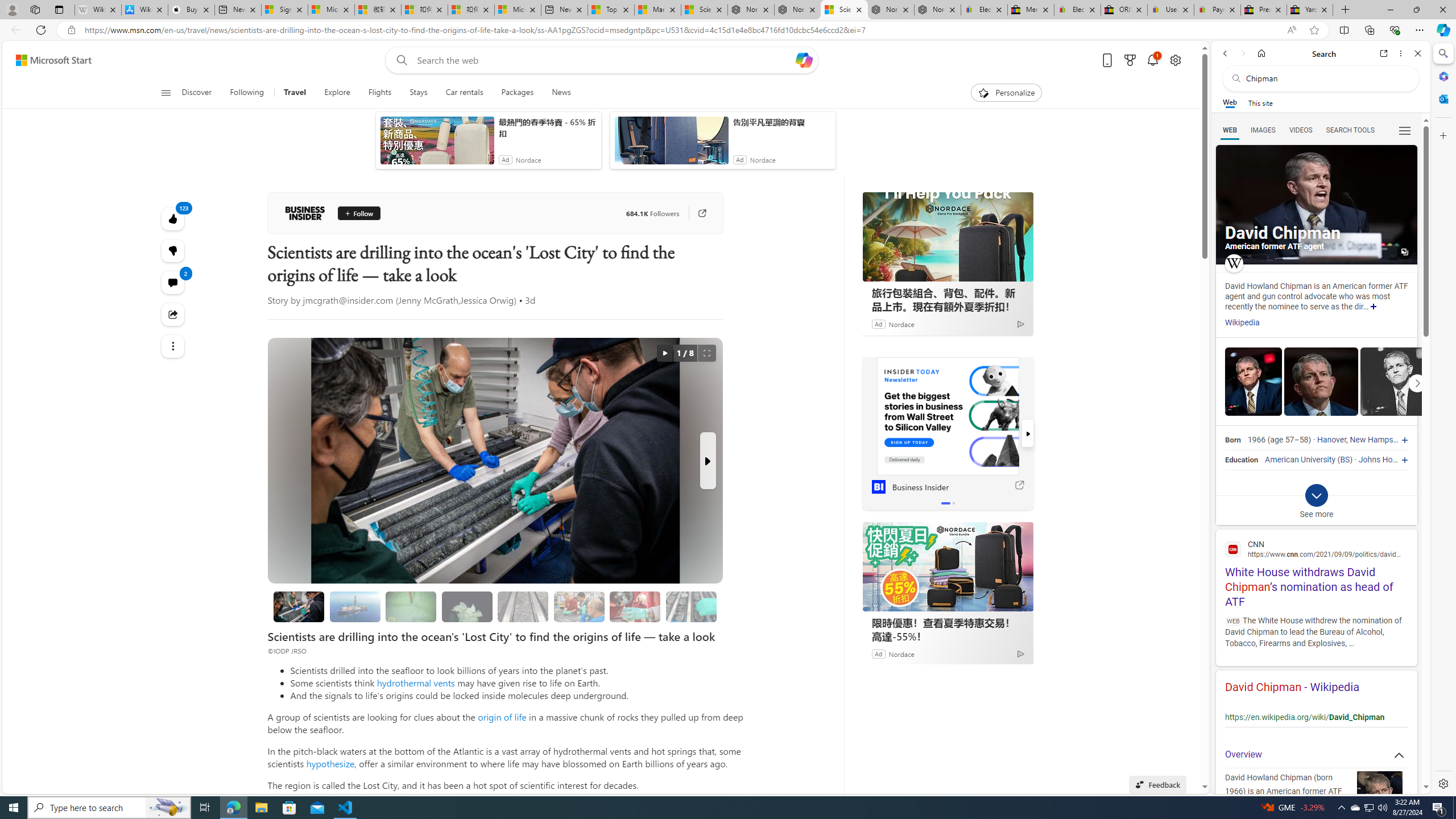 This screenshot has width=1456, height=819. What do you see at coordinates (1316, 754) in the screenshot?
I see `'Overview'` at bounding box center [1316, 754].